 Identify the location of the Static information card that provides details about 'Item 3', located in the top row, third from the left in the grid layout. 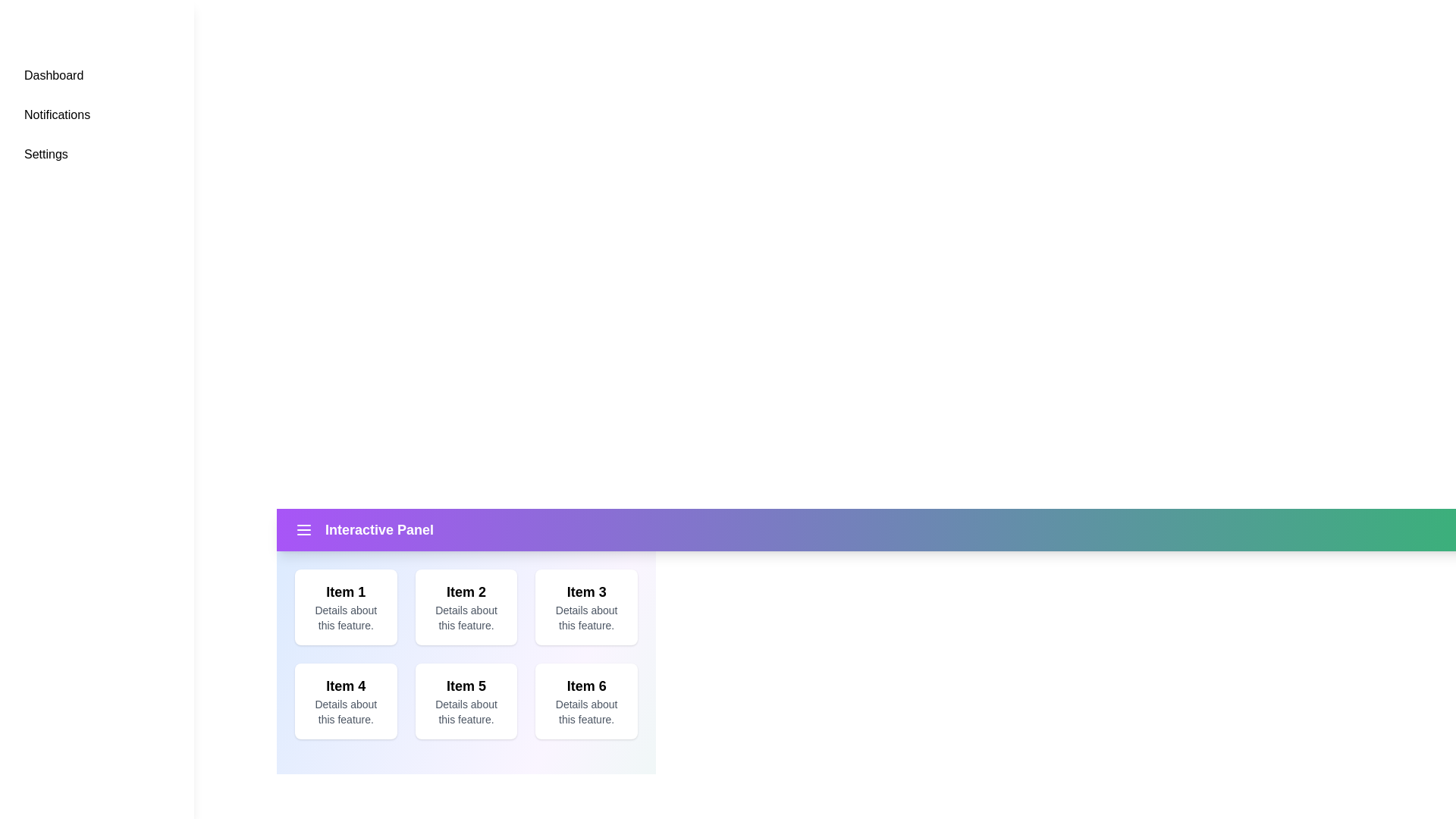
(585, 607).